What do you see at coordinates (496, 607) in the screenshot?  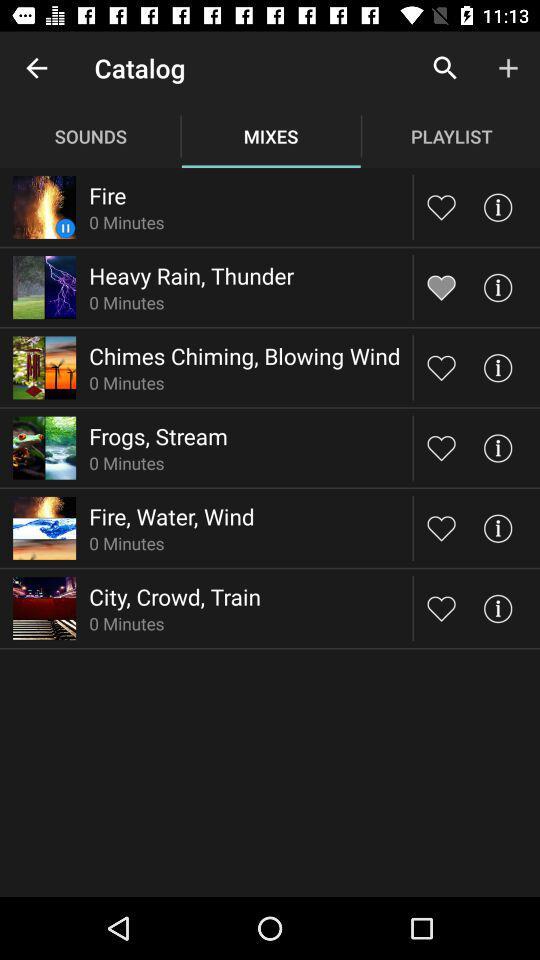 I see `sound information` at bounding box center [496, 607].